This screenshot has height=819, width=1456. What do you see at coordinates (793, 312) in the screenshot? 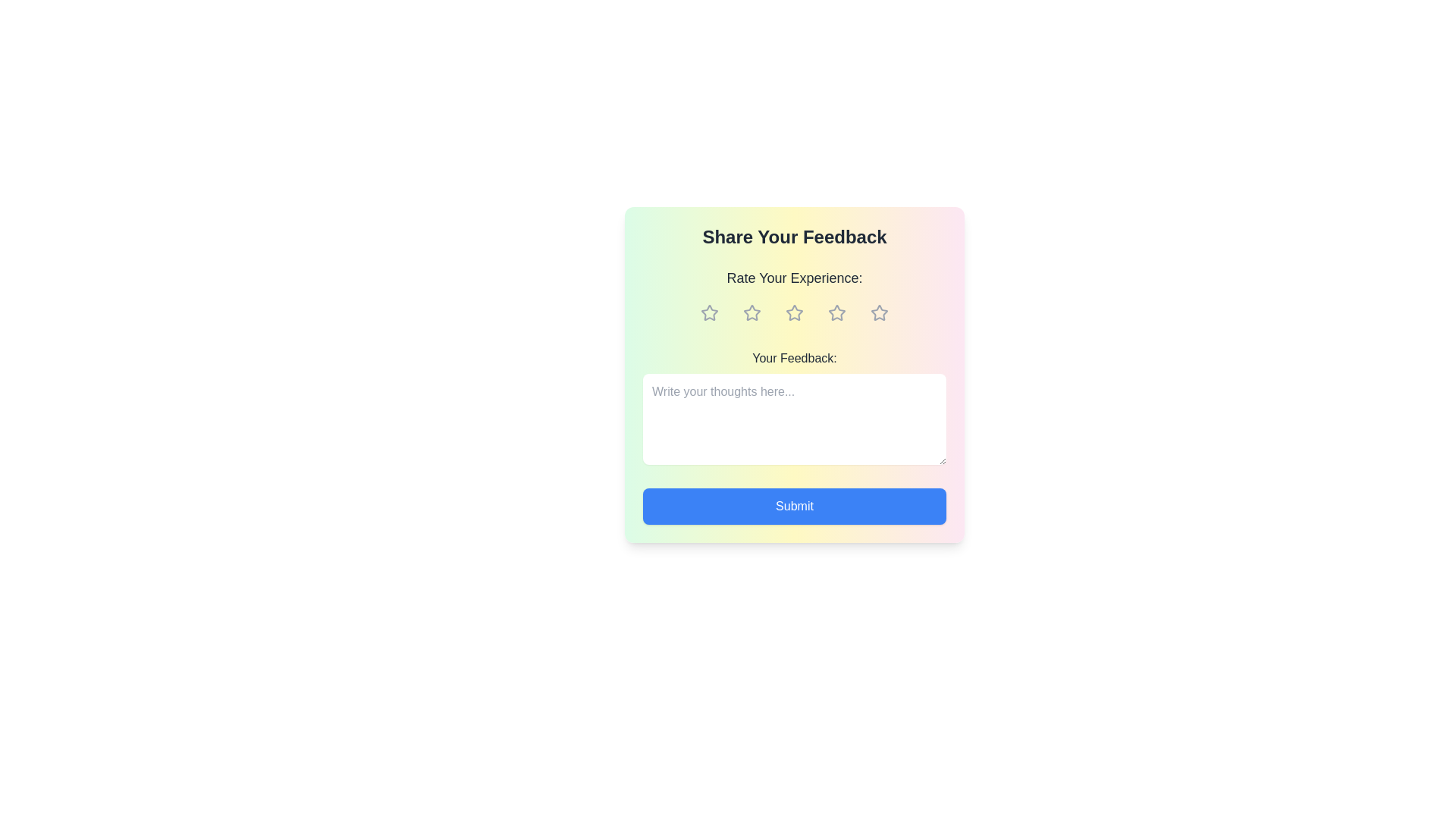
I see `the third star icon in the rating row, which is designed for rating purposes and features a gray outline` at bounding box center [793, 312].